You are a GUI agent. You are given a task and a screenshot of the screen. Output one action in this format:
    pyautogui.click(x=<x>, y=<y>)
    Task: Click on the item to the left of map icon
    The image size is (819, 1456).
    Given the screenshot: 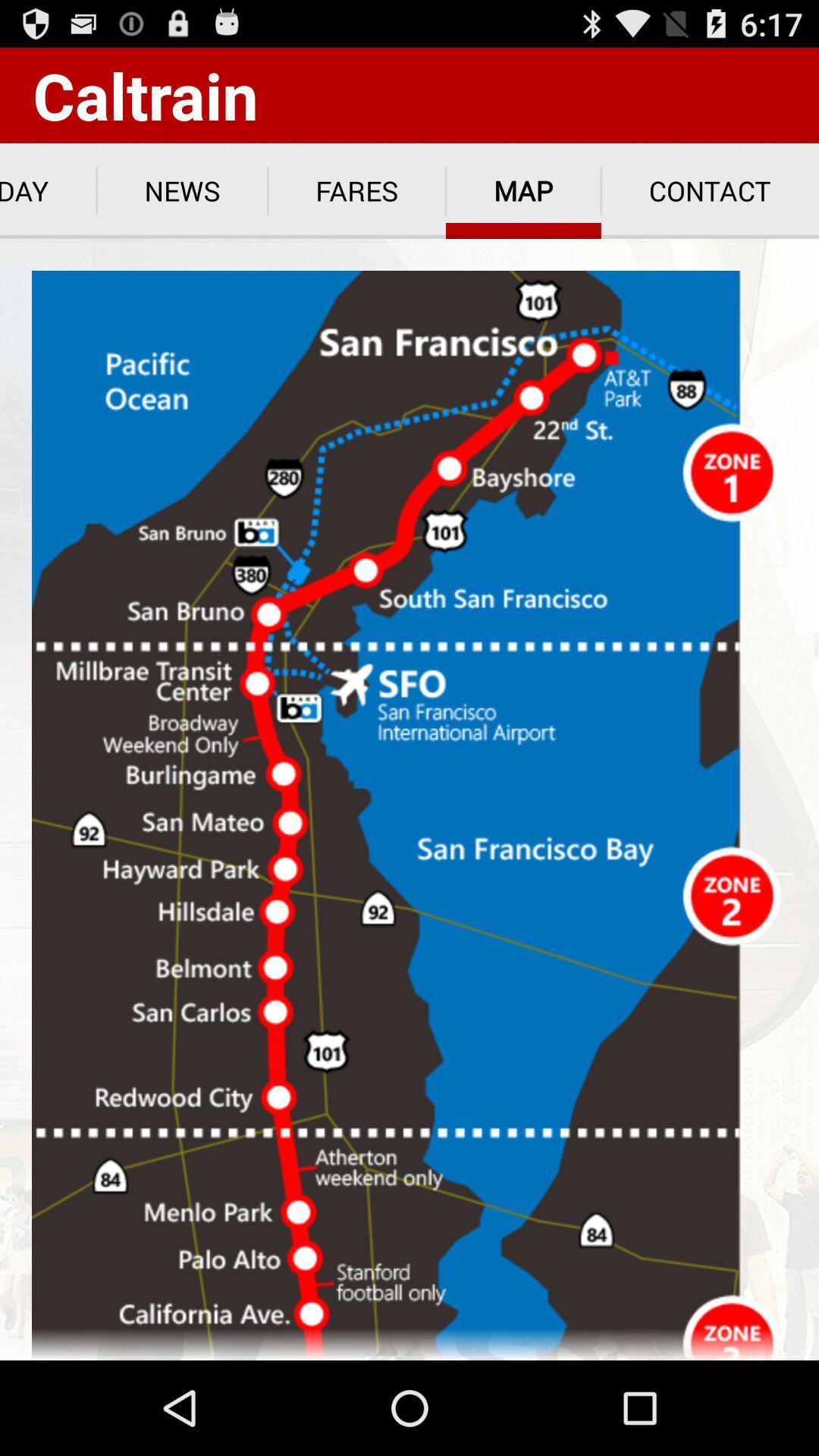 What is the action you would take?
    pyautogui.click(x=356, y=190)
    